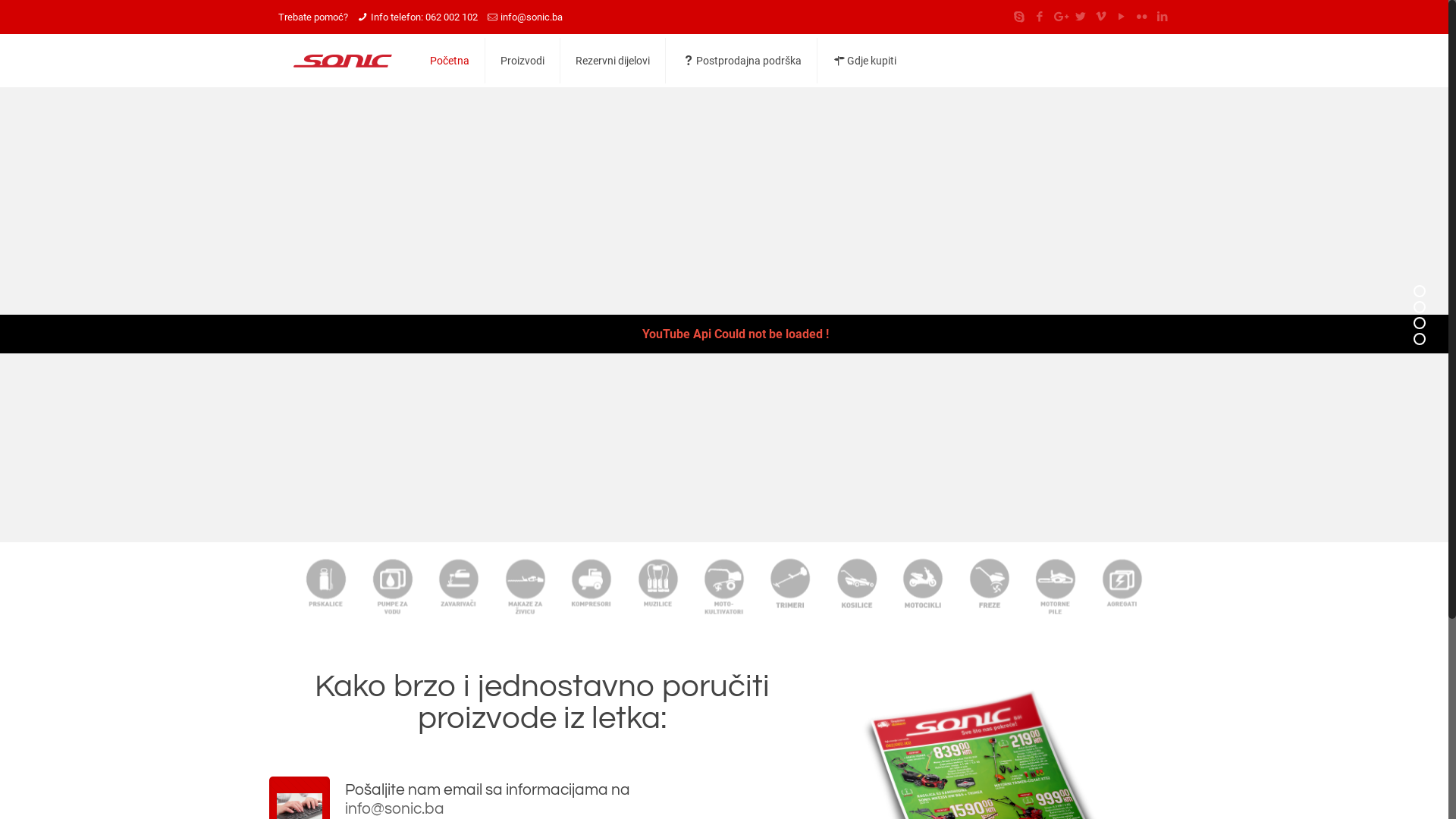 Image resolution: width=1456 pixels, height=819 pixels. I want to click on 'Trimeri', so click(789, 585).